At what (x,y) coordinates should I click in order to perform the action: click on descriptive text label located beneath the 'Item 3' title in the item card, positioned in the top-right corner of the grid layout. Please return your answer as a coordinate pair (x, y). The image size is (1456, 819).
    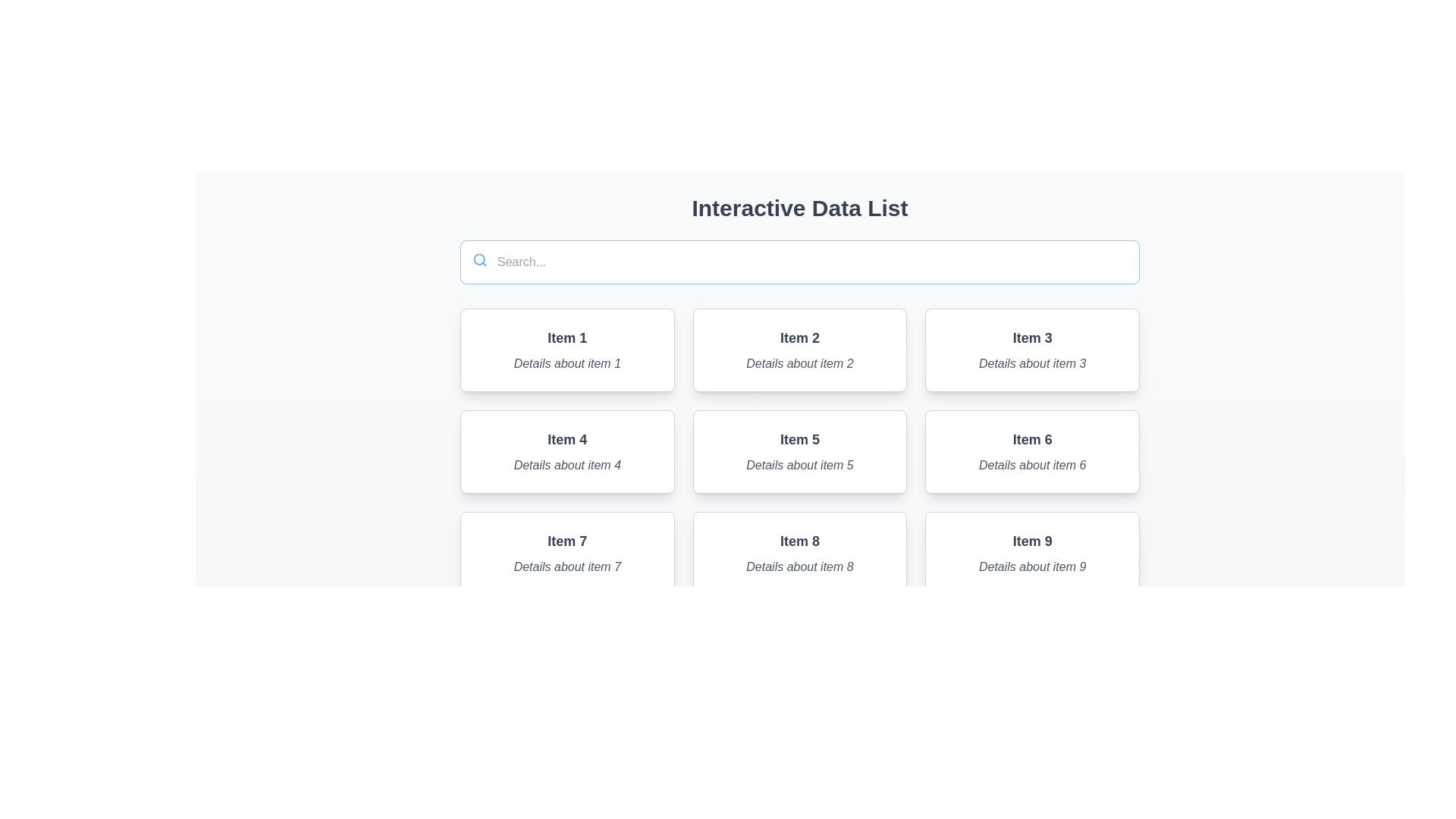
    Looking at the image, I should click on (1031, 363).